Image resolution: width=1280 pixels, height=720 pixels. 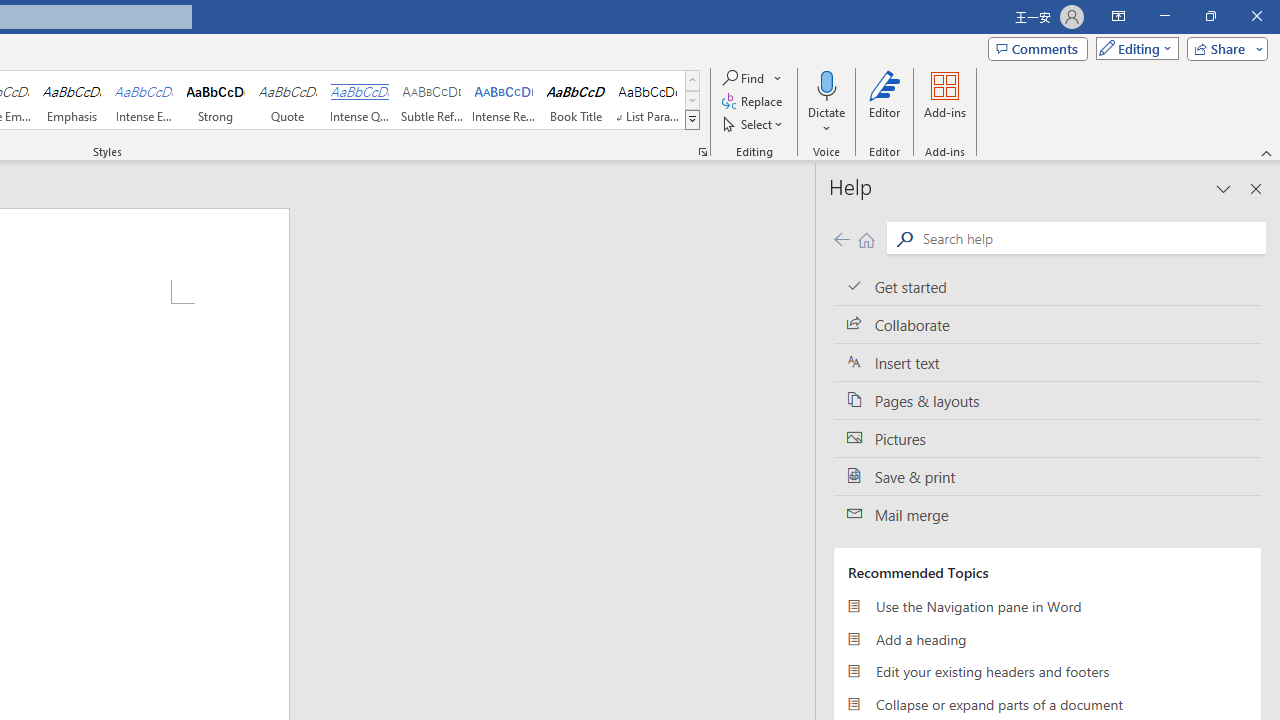 I want to click on 'Mode', so click(x=1133, y=47).